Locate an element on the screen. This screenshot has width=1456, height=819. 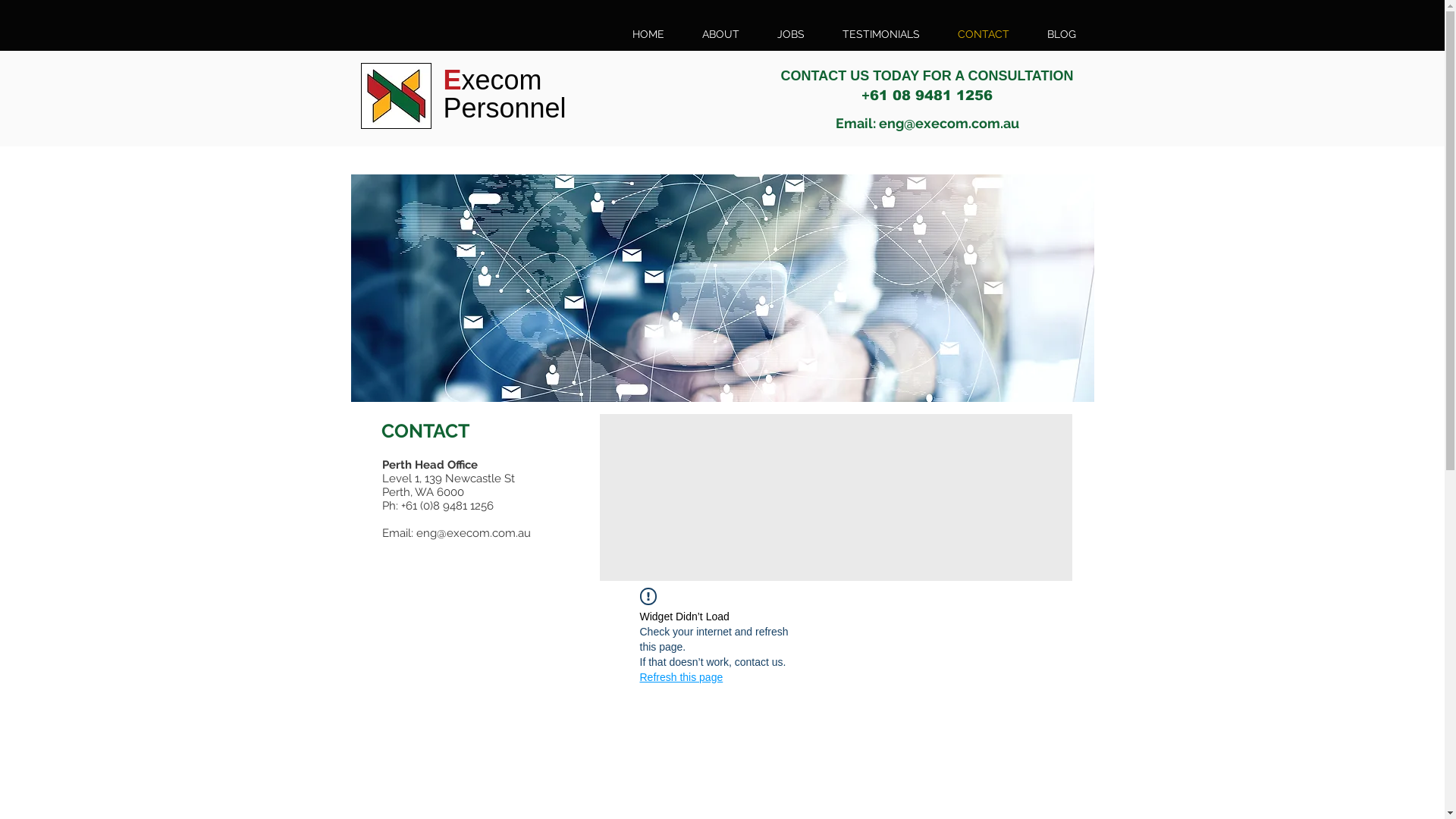
'JOBS' is located at coordinates (789, 34).